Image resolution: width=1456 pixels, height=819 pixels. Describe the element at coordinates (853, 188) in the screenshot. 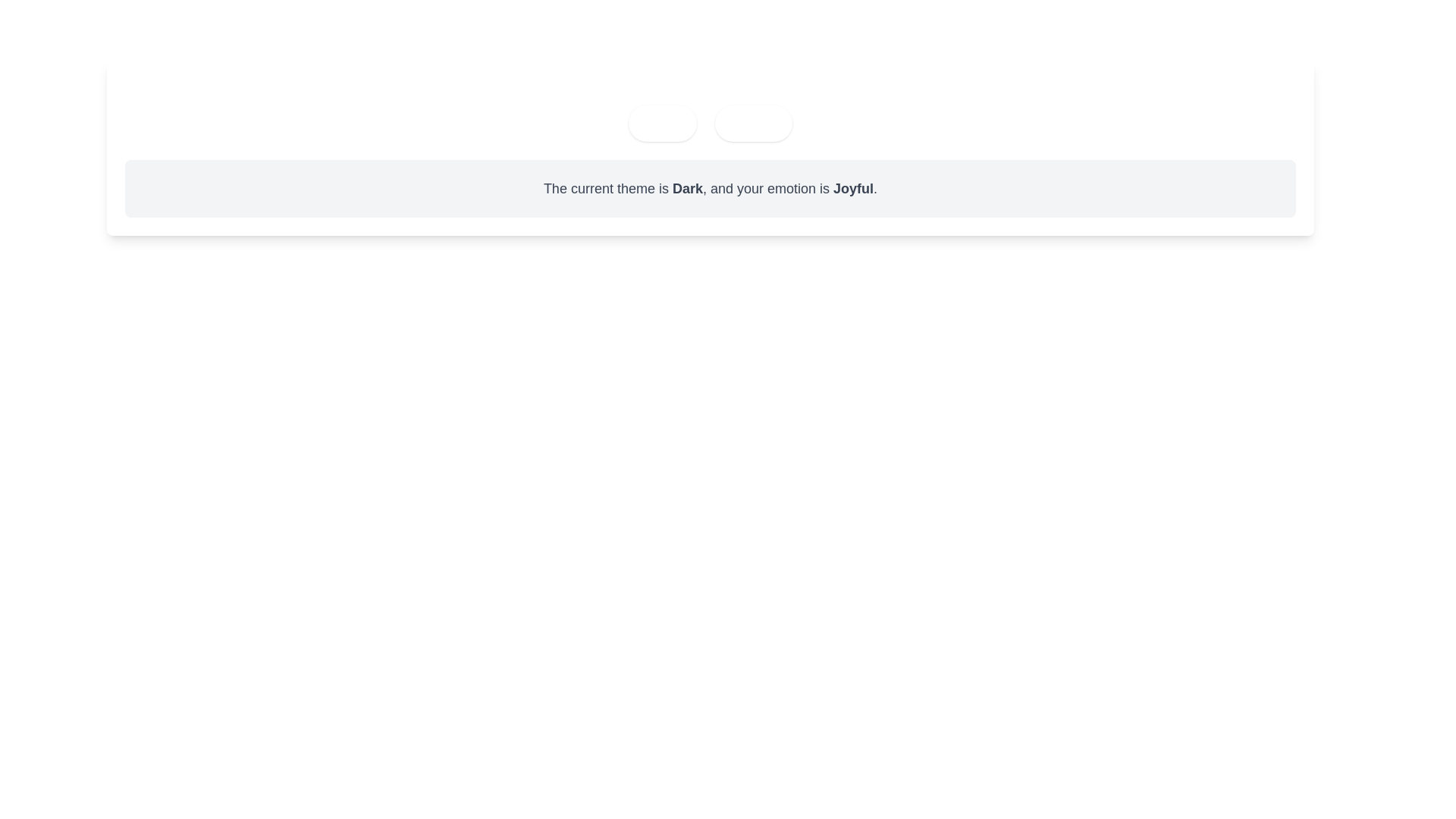

I see `static text label displaying the word 'Joyful' located at the end of the sentence 'The current theme is Dark, and your emotion is Joyful.'` at that location.